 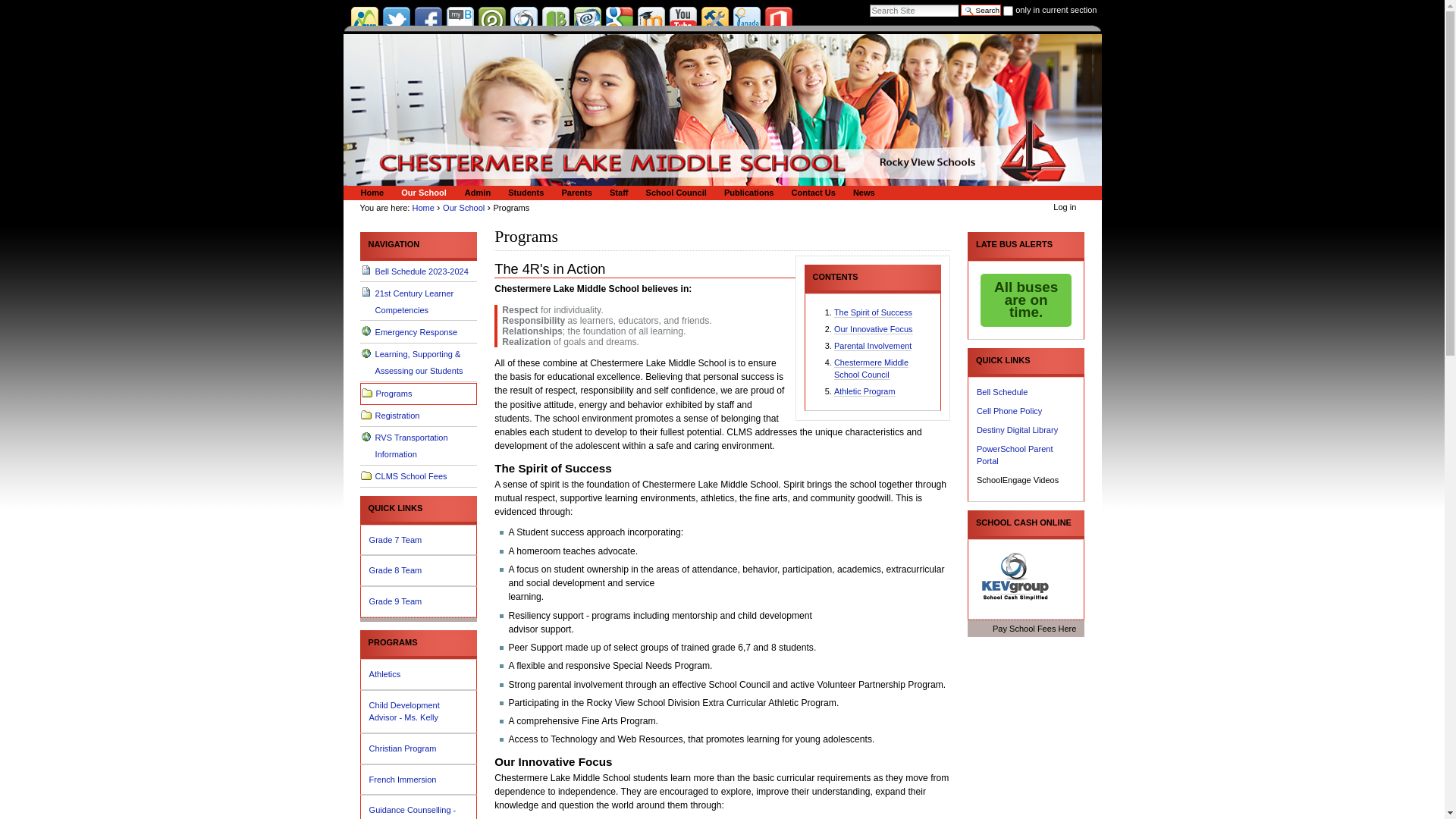 What do you see at coordinates (422, 192) in the screenshot?
I see `'Our School'` at bounding box center [422, 192].